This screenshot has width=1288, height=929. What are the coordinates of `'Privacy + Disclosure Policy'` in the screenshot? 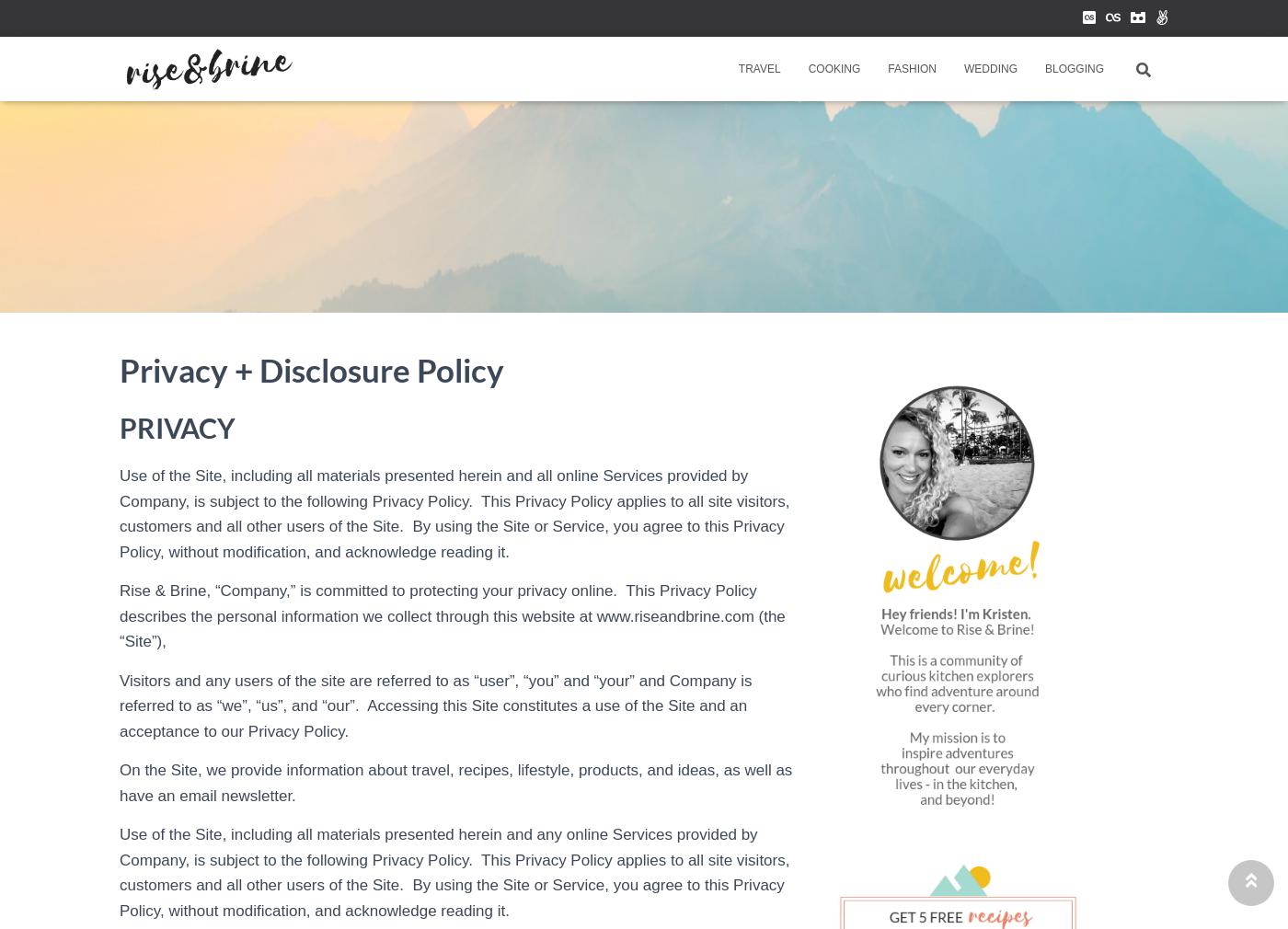 It's located at (311, 369).